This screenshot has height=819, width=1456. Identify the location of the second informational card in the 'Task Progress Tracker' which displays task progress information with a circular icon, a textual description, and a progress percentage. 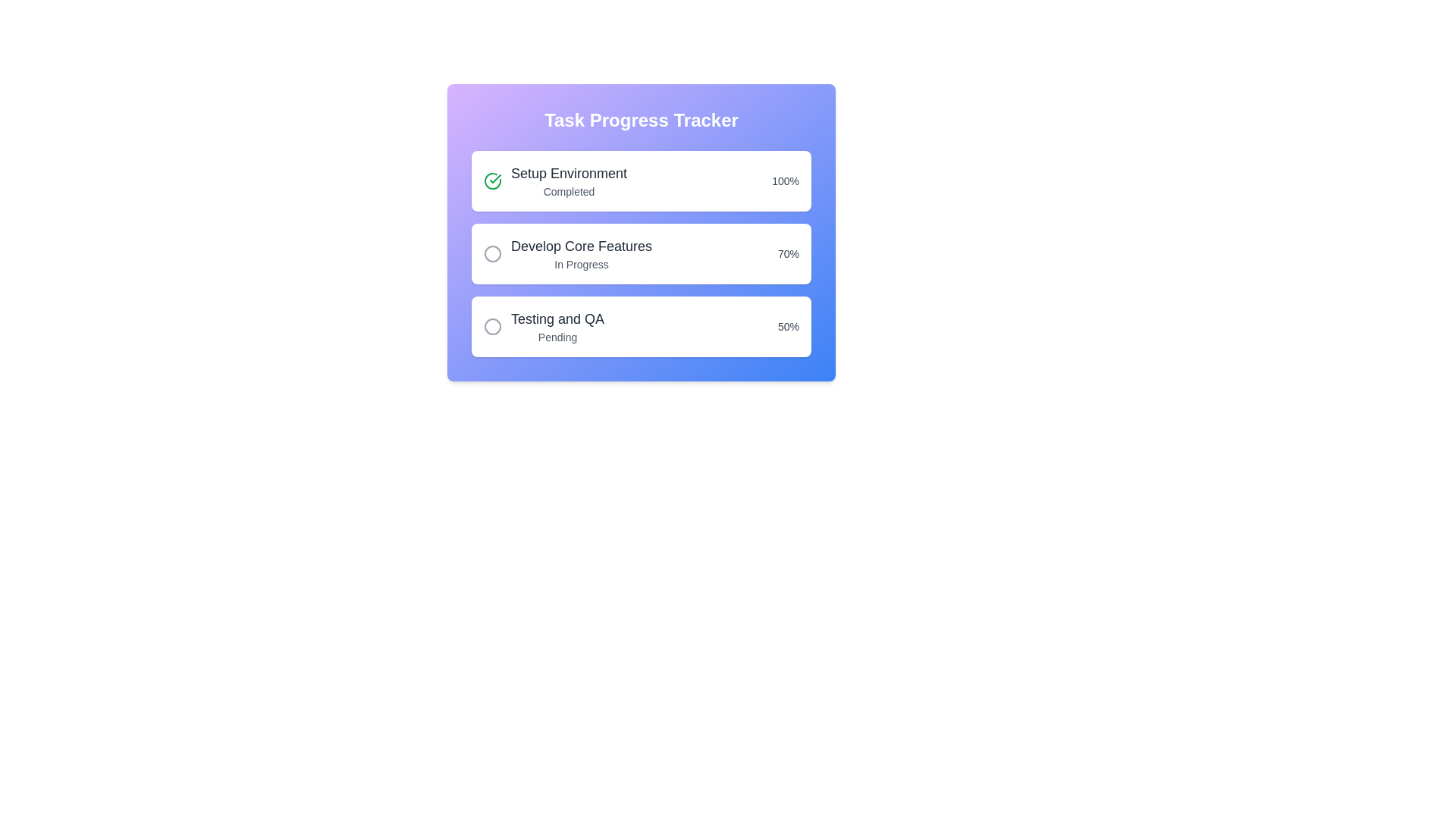
(641, 253).